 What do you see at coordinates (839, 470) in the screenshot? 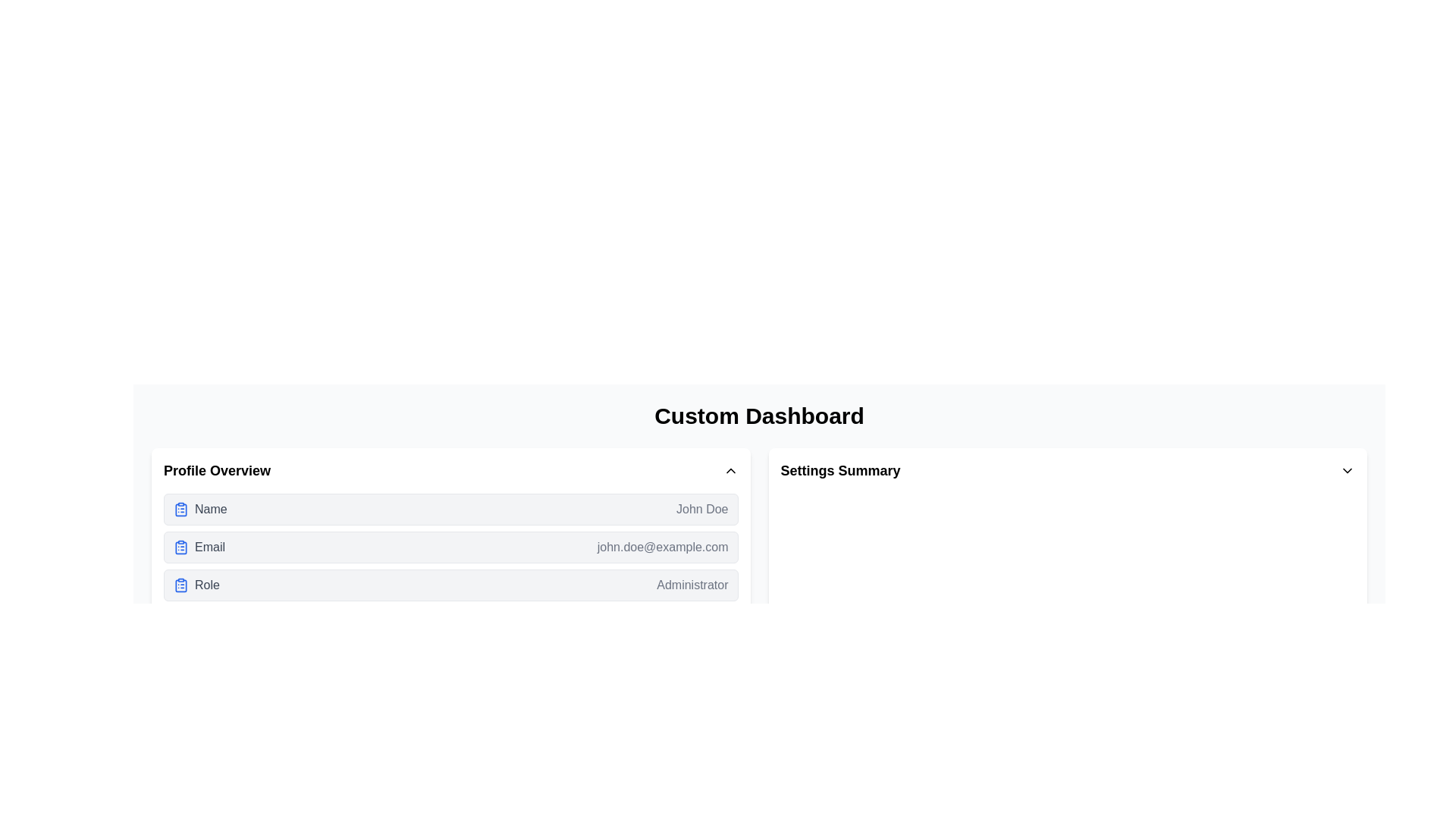
I see `text of the title or heading located in the upper-central part of the interface, aligned to the right section of the main layout, preceding an icon with a downward-pointing chevron` at bounding box center [839, 470].